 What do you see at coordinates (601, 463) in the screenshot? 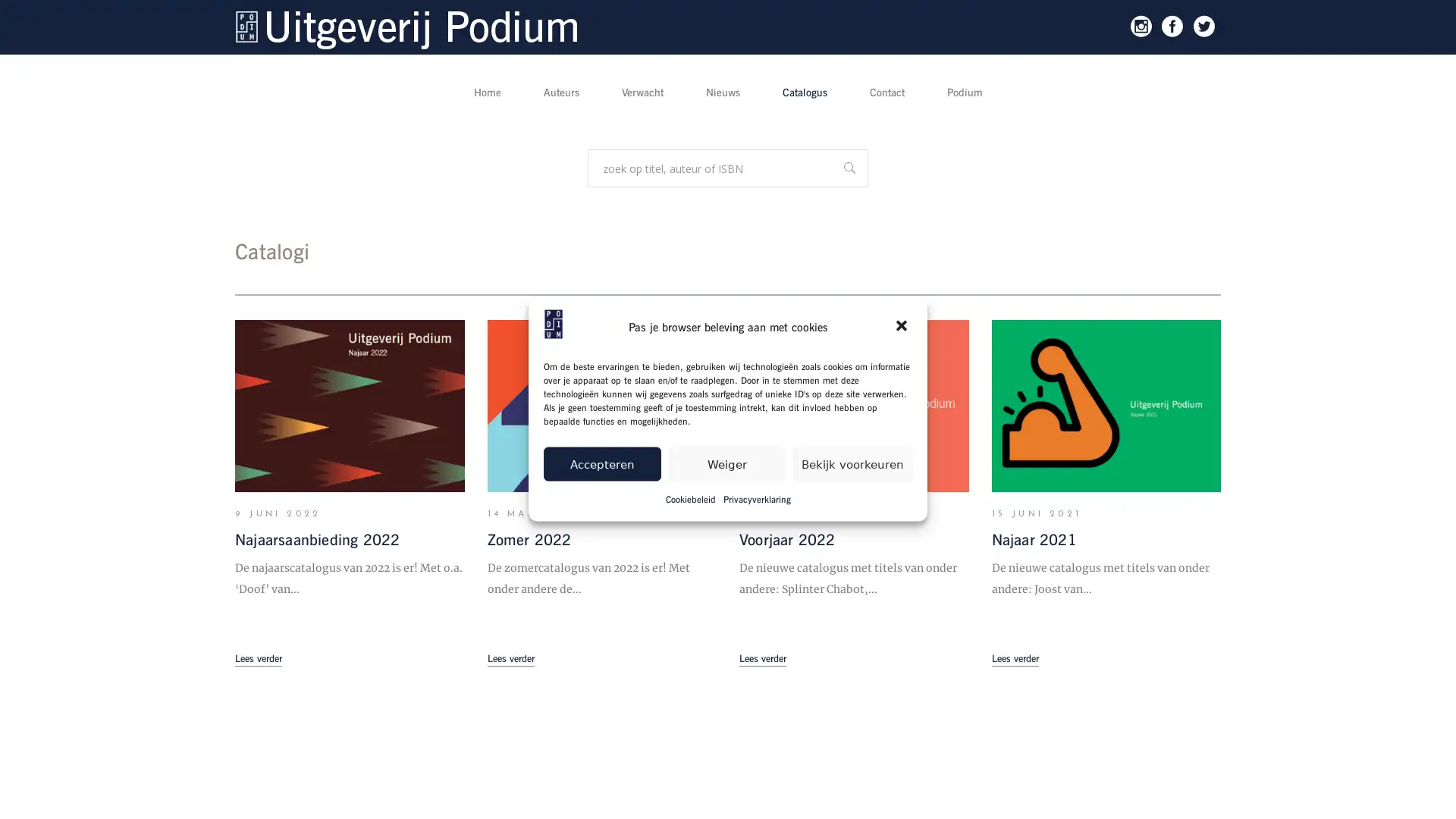
I see `Accepteren` at bounding box center [601, 463].